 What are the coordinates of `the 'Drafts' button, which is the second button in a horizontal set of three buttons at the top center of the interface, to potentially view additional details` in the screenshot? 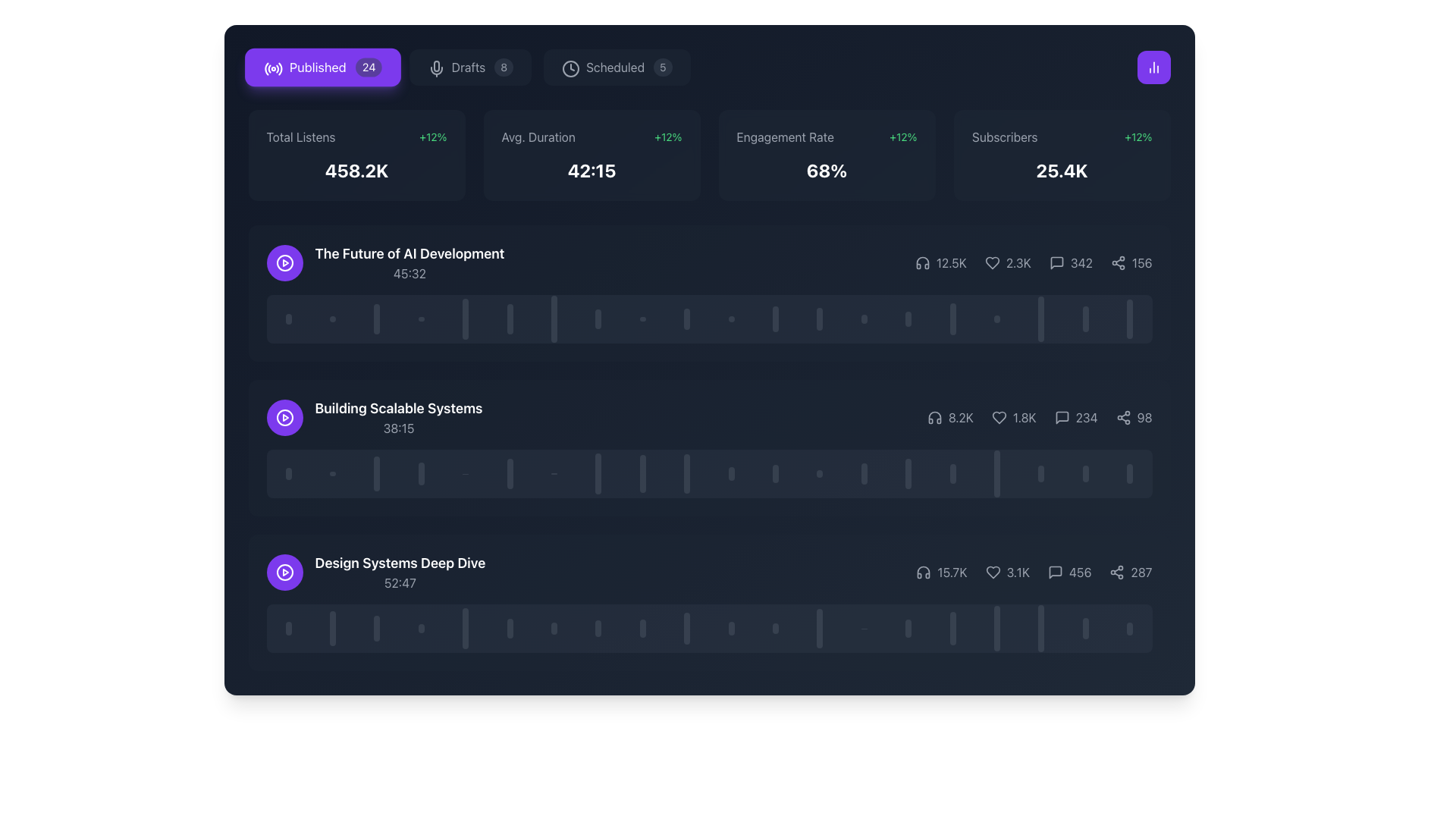 It's located at (469, 66).